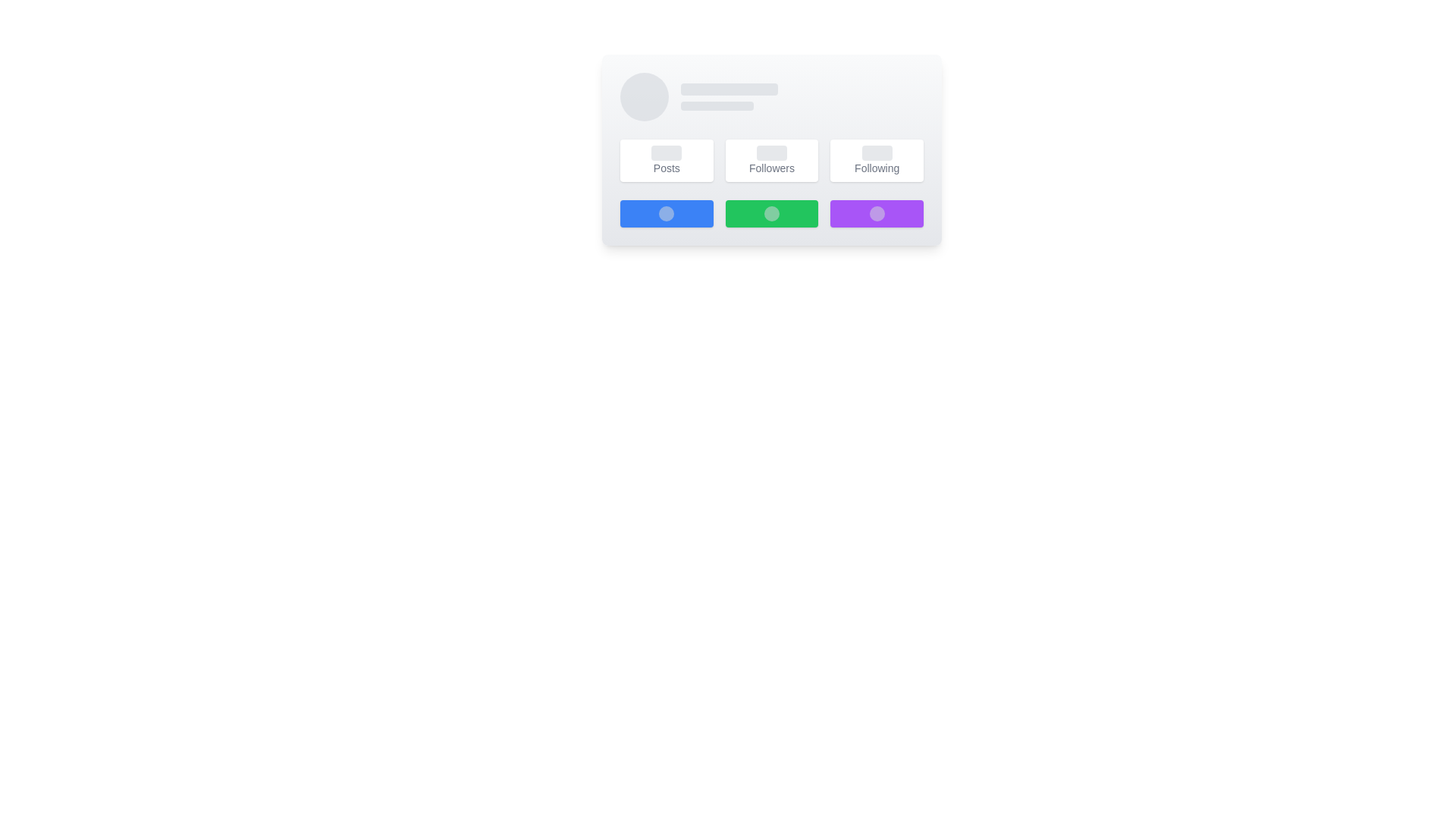 The width and height of the screenshot is (1456, 819). I want to click on the Informational button that displays the number of followers for the user profile, labeled 'Followers', so click(771, 161).